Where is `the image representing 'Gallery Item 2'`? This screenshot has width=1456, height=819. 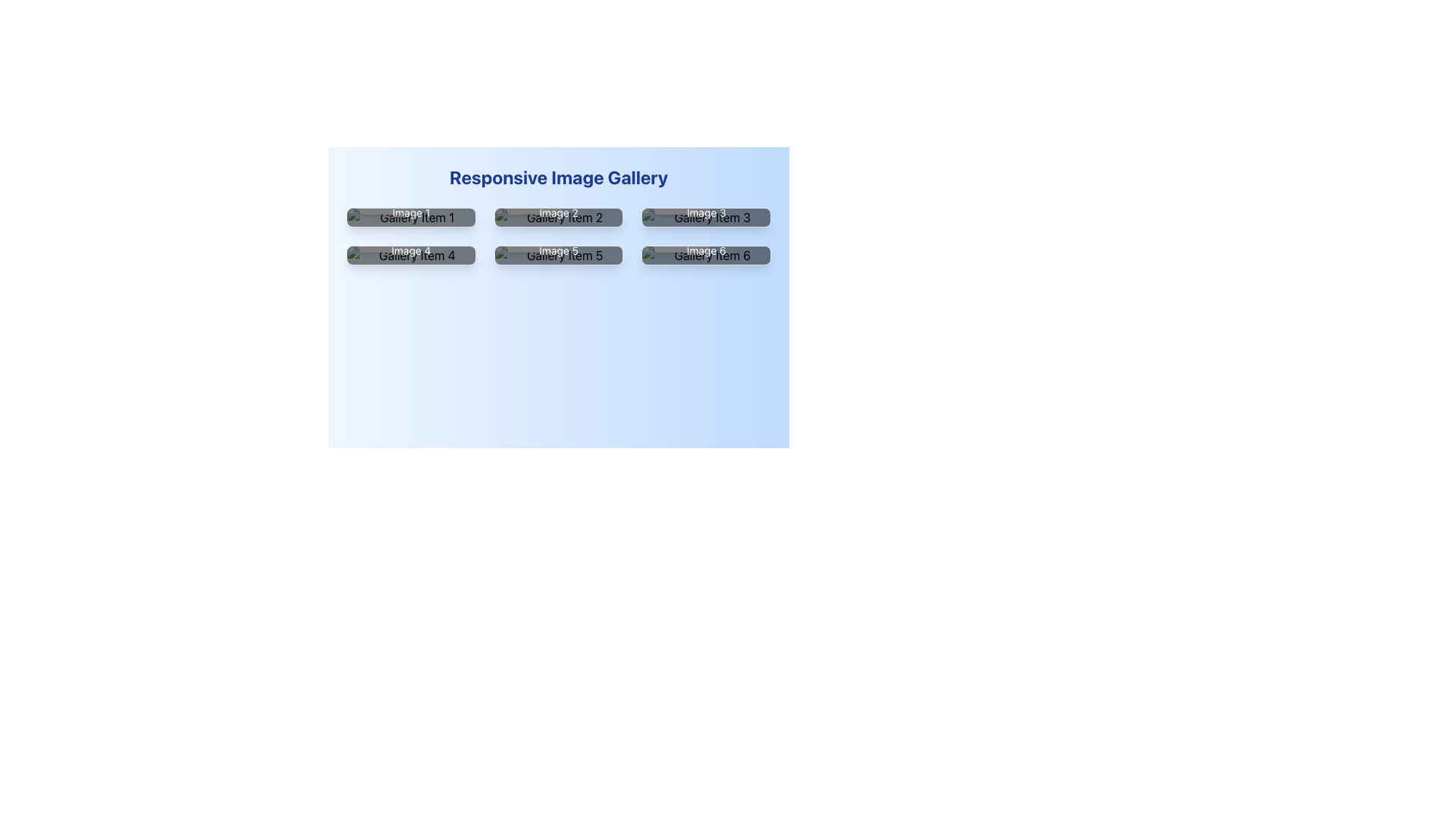
the image representing 'Gallery Item 2' is located at coordinates (557, 217).